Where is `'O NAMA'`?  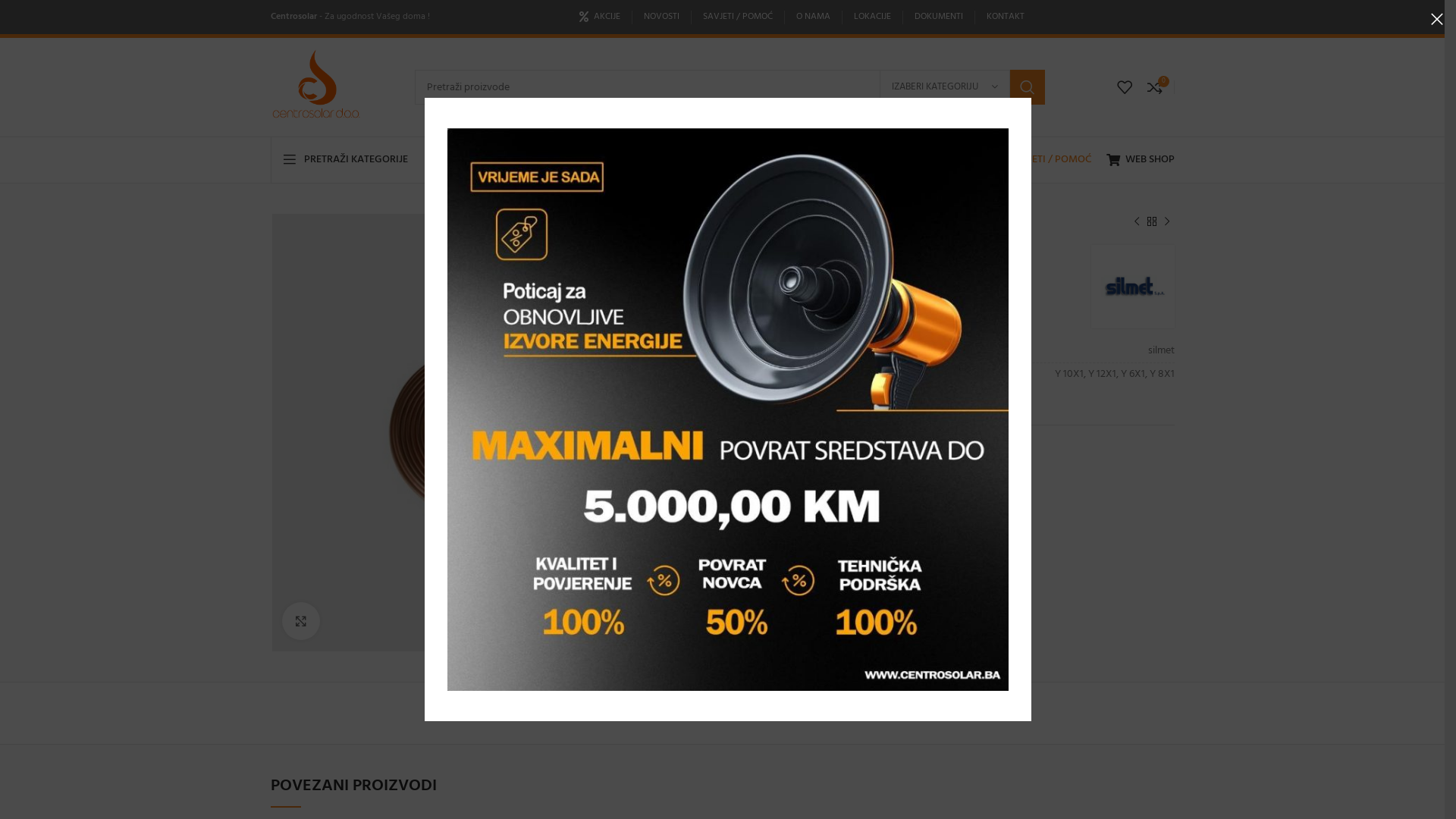 'O NAMA' is located at coordinates (795, 17).